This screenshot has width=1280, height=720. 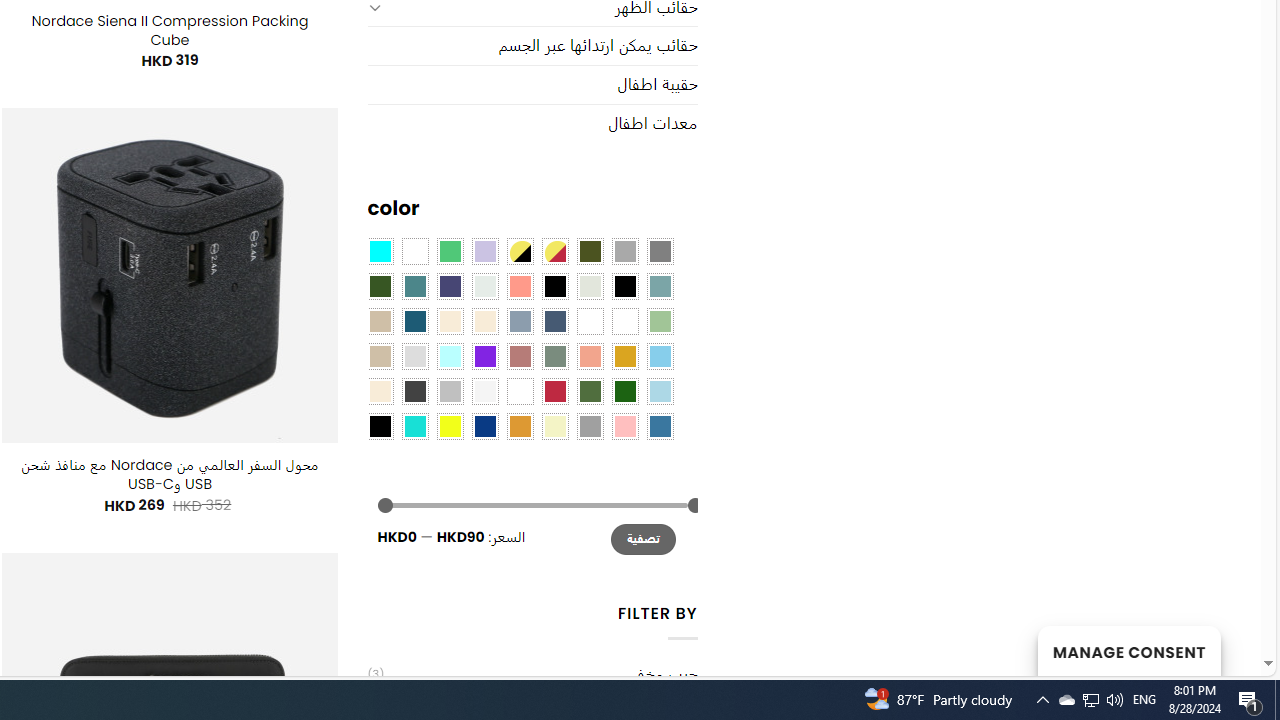 I want to click on 'Hale Navy', so click(x=554, y=320).